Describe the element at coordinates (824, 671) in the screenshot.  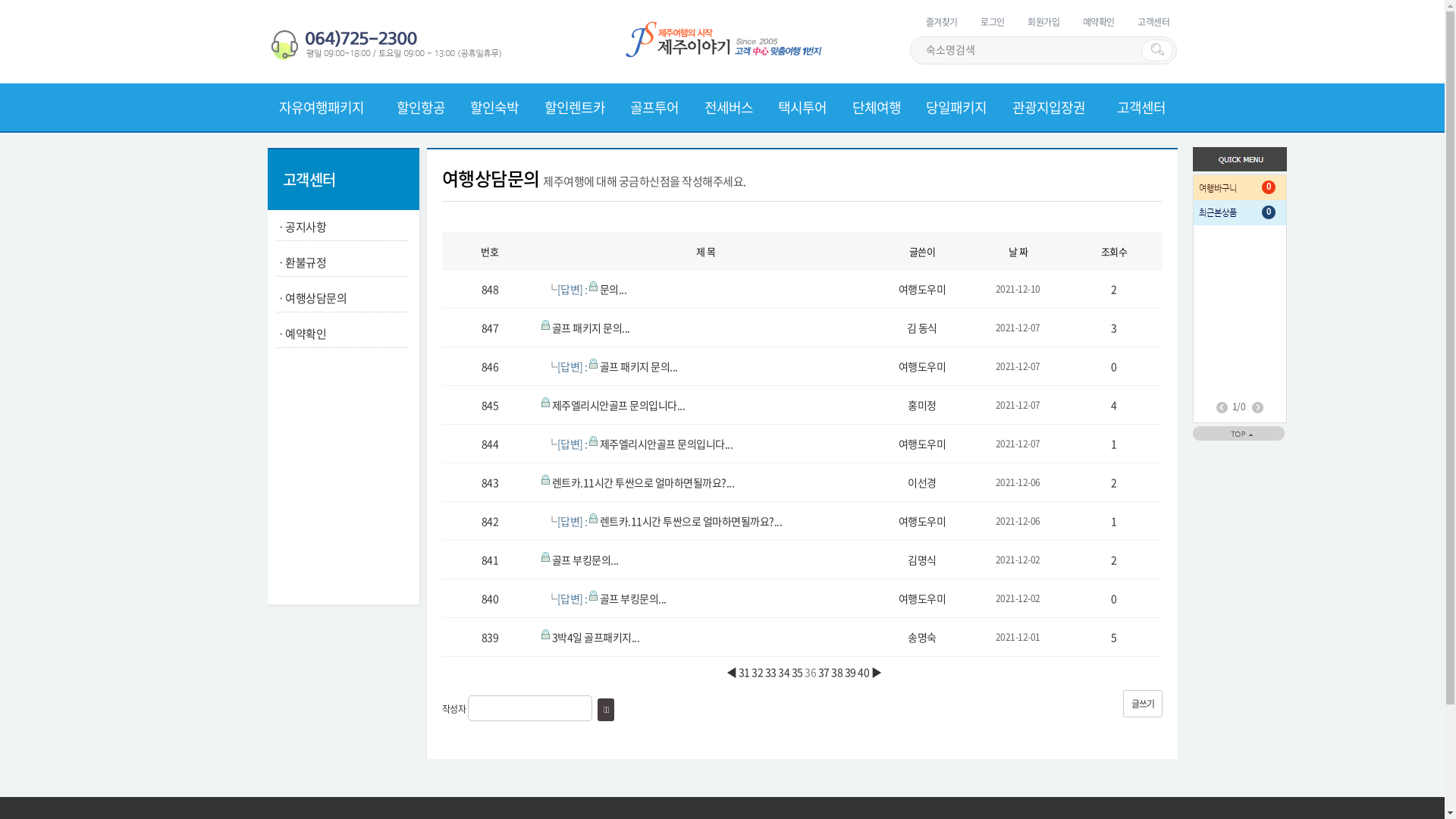
I see `'37'` at that location.